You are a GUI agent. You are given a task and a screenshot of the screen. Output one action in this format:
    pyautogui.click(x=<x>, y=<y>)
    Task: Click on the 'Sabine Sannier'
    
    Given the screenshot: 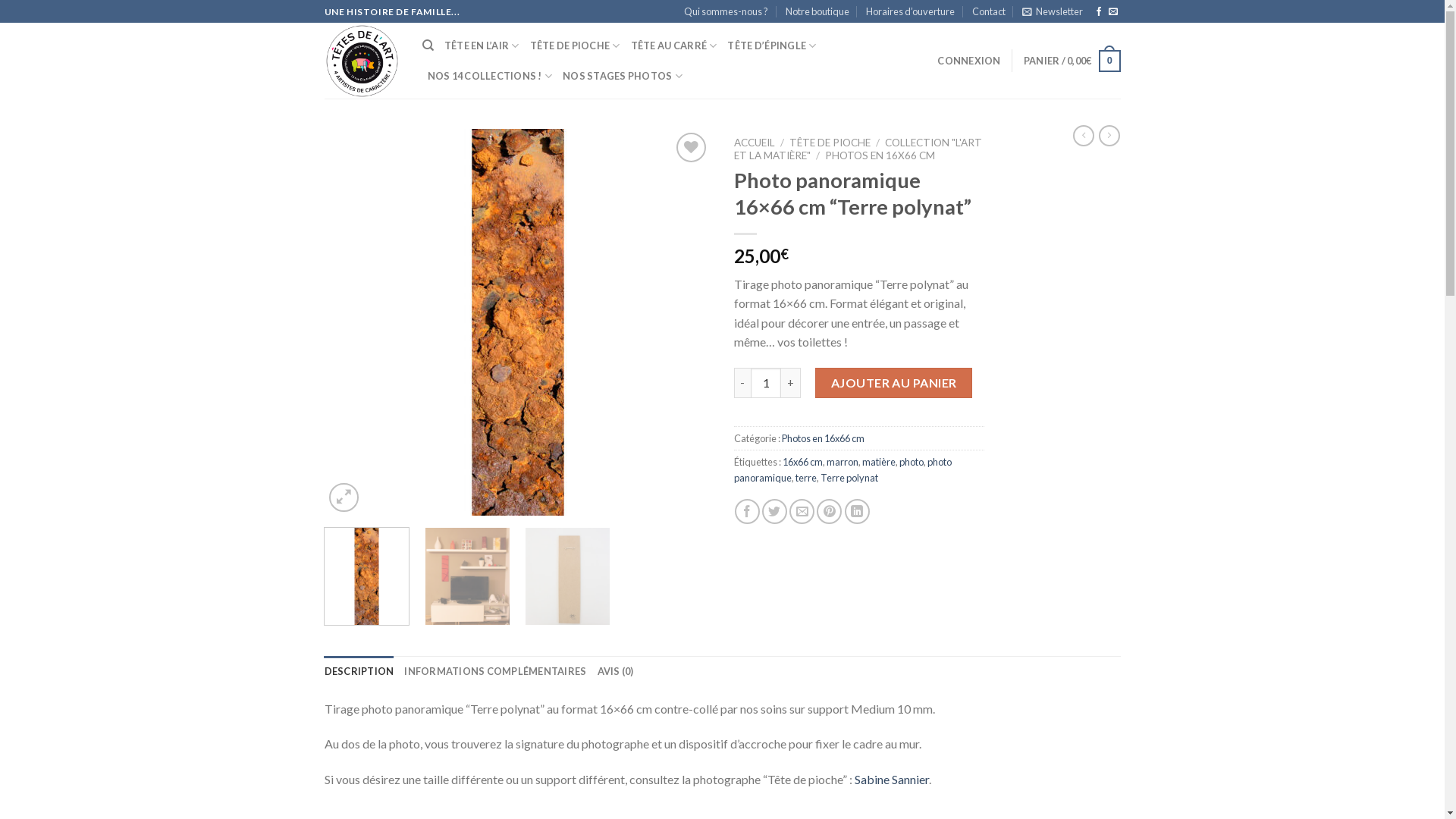 What is the action you would take?
    pyautogui.click(x=891, y=779)
    